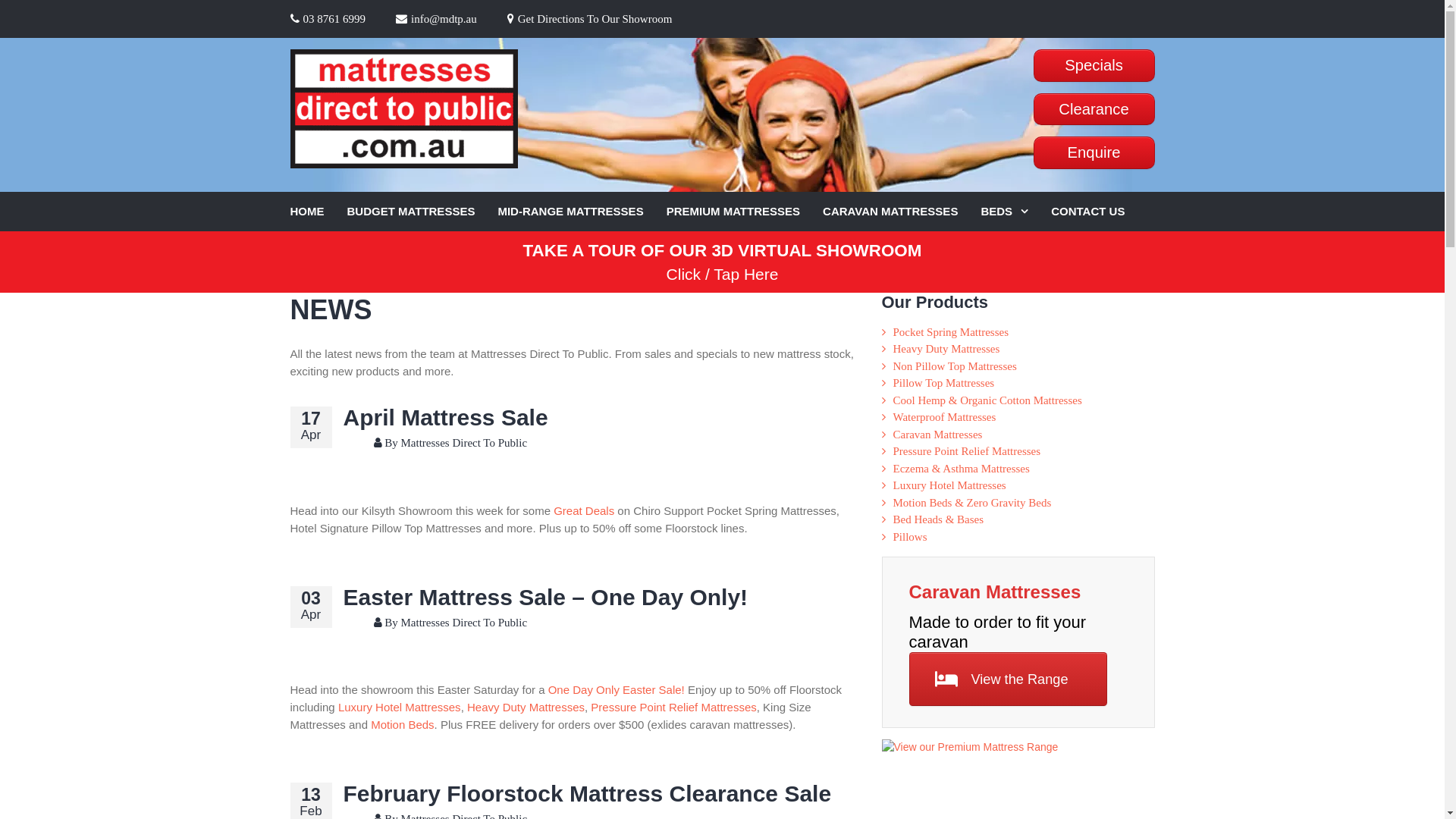 Image resolution: width=1456 pixels, height=819 pixels. I want to click on 'Waterproof Mattresses', so click(944, 417).